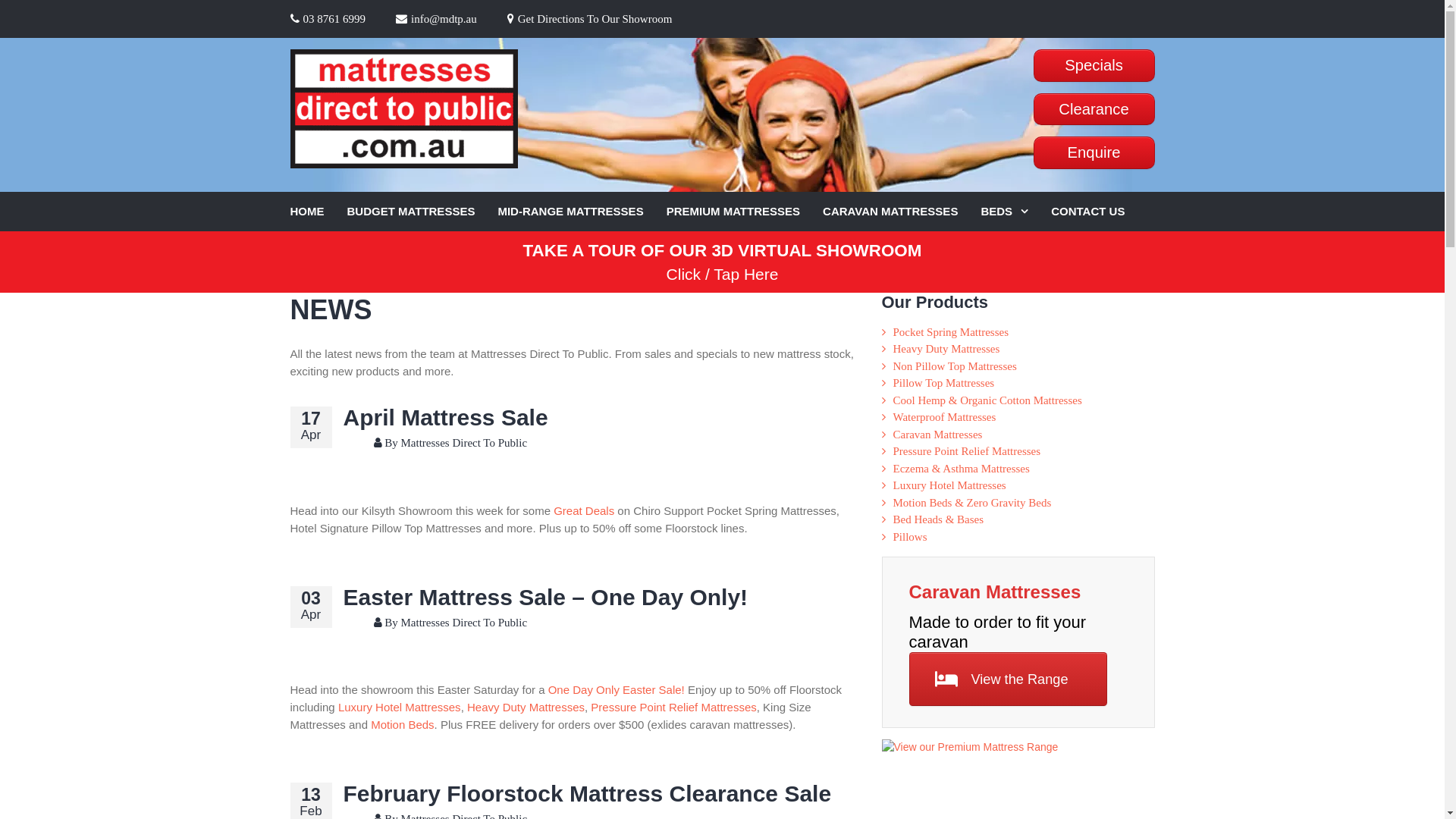 Image resolution: width=1456 pixels, height=819 pixels. I want to click on 'Waterproof Mattresses', so click(944, 417).